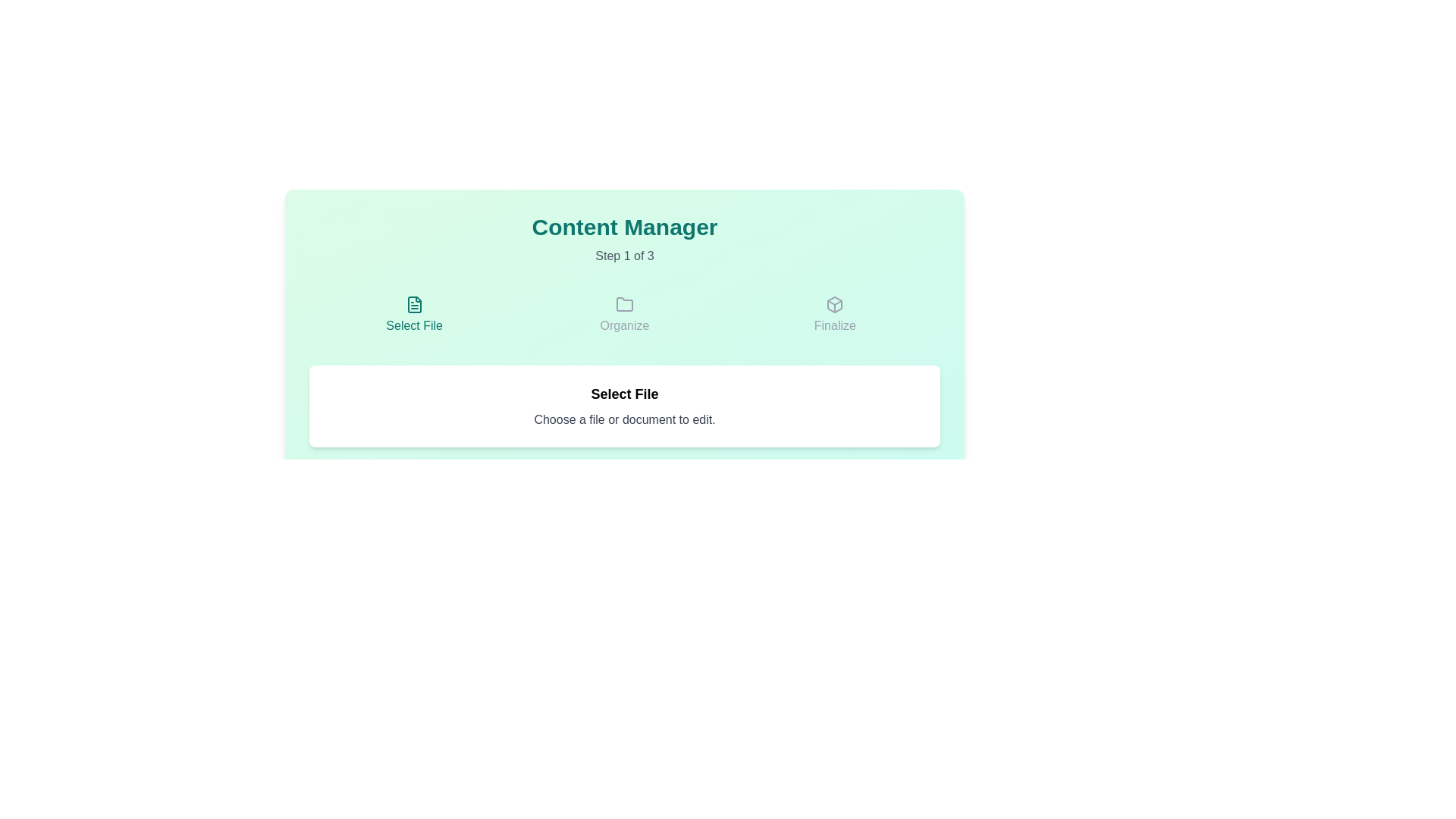 The height and width of the screenshot is (819, 1456). I want to click on the 'Finalize' icon, which is the third item in a row of icons under the 'Finalize' text in the header section, so click(834, 304).